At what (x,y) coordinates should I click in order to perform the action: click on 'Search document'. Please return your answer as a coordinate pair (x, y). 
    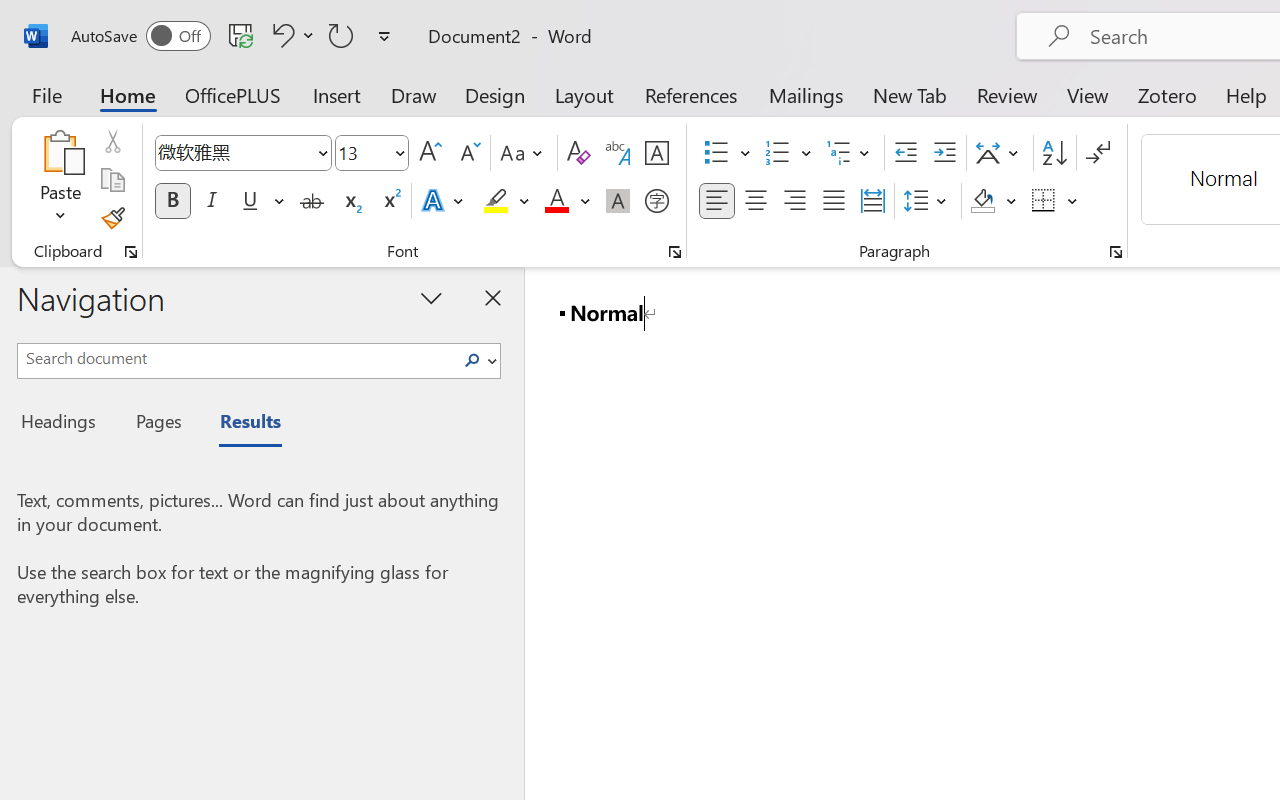
    Looking at the image, I should click on (237, 358).